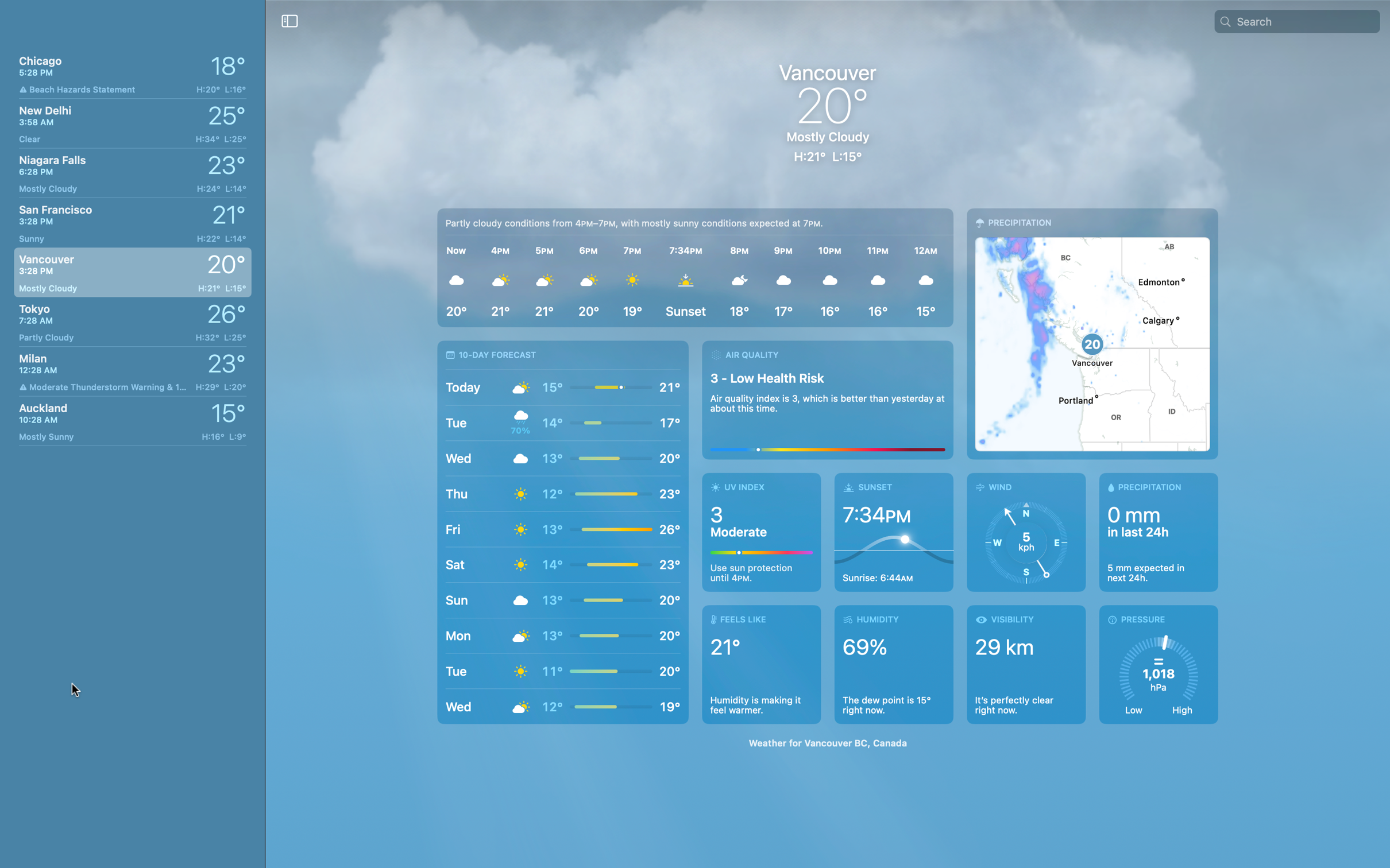 The width and height of the screenshot is (1390, 868). What do you see at coordinates (130, 219) in the screenshot?
I see `Look up San Francisco"s current weather` at bounding box center [130, 219].